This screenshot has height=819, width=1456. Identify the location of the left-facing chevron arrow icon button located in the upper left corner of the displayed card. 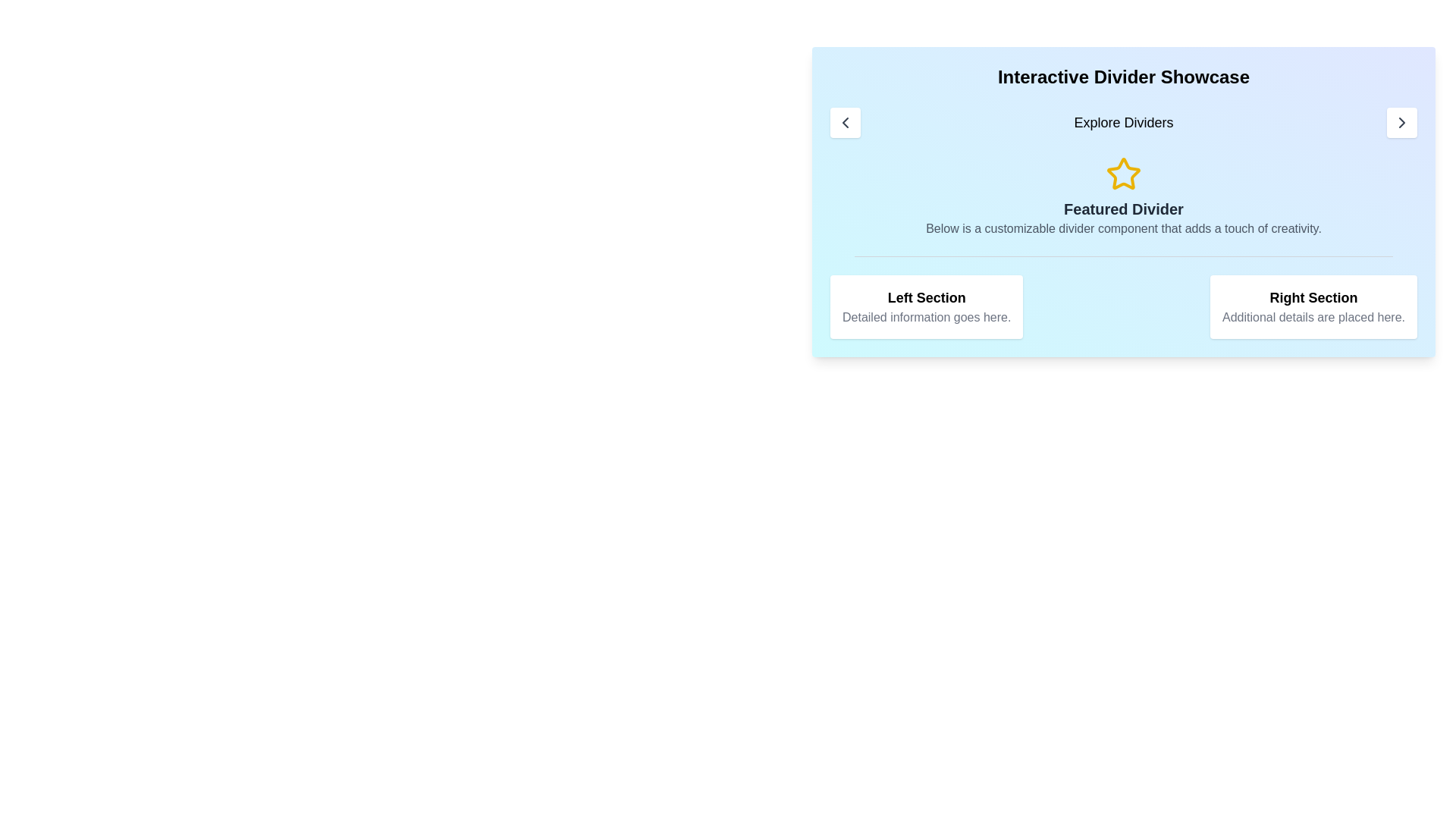
(844, 122).